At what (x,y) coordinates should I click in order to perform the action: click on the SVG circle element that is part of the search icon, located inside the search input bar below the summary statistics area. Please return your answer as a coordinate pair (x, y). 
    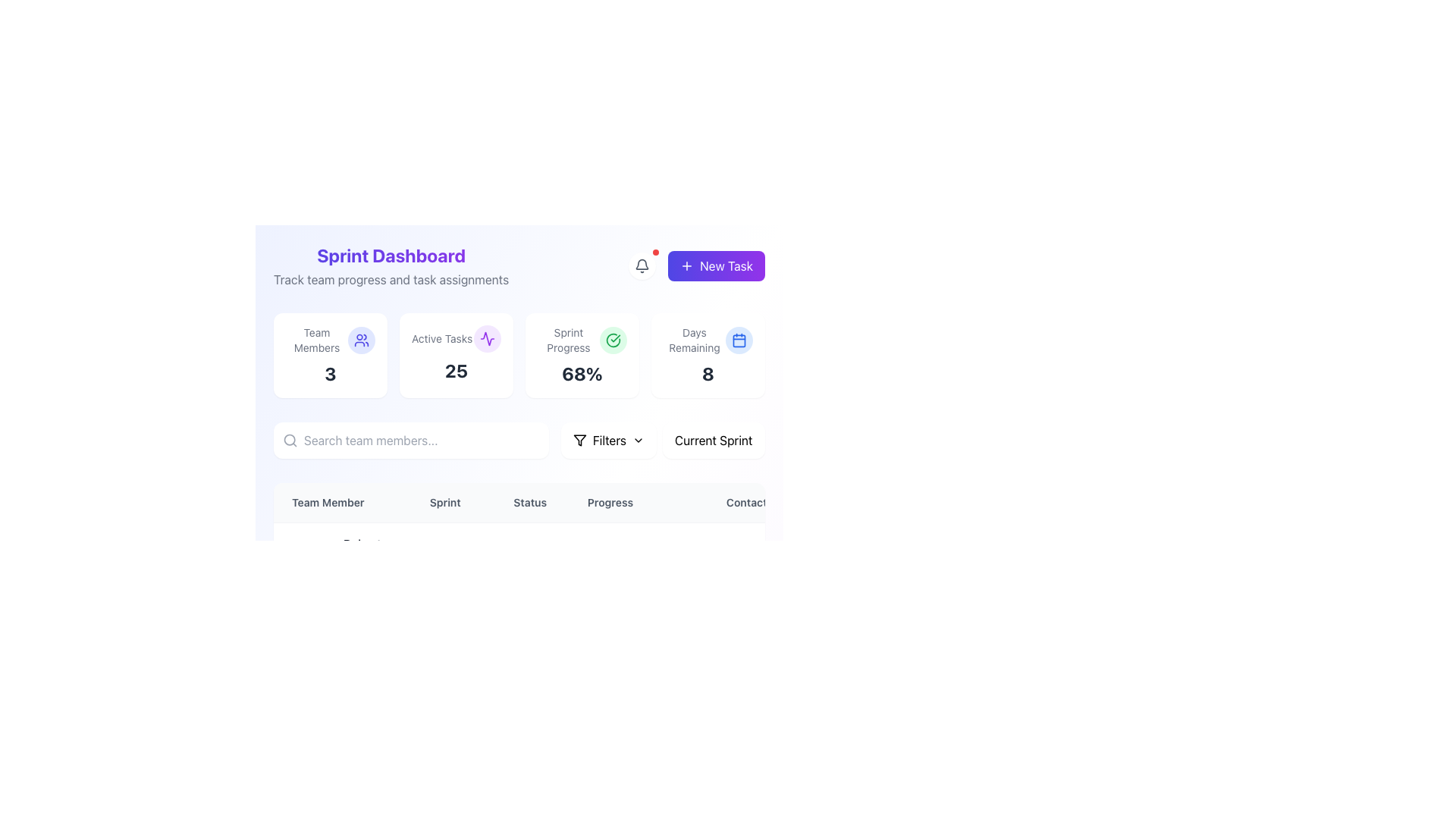
    Looking at the image, I should click on (290, 440).